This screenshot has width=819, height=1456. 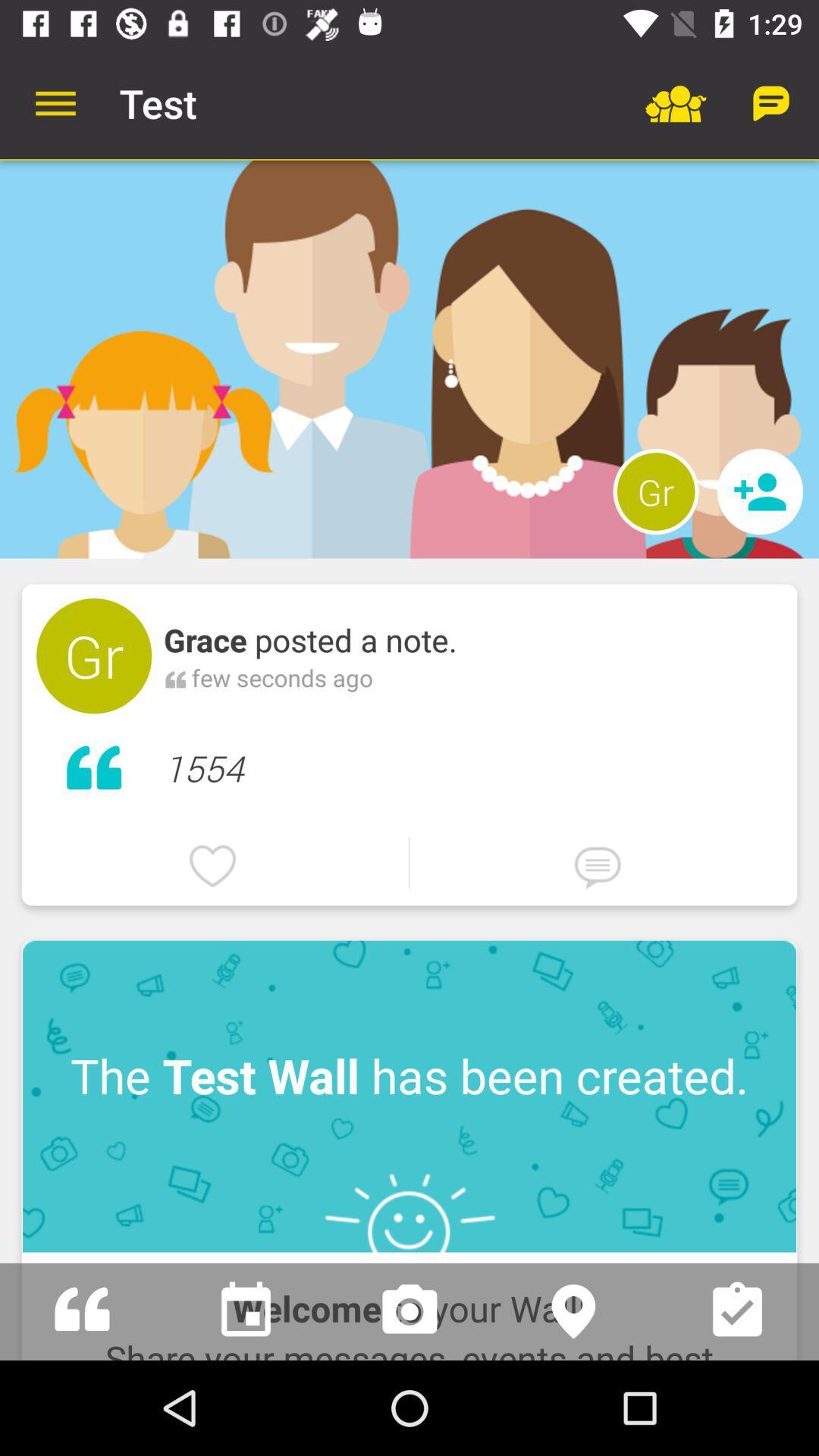 What do you see at coordinates (309, 639) in the screenshot?
I see `item above few seconds ago item` at bounding box center [309, 639].